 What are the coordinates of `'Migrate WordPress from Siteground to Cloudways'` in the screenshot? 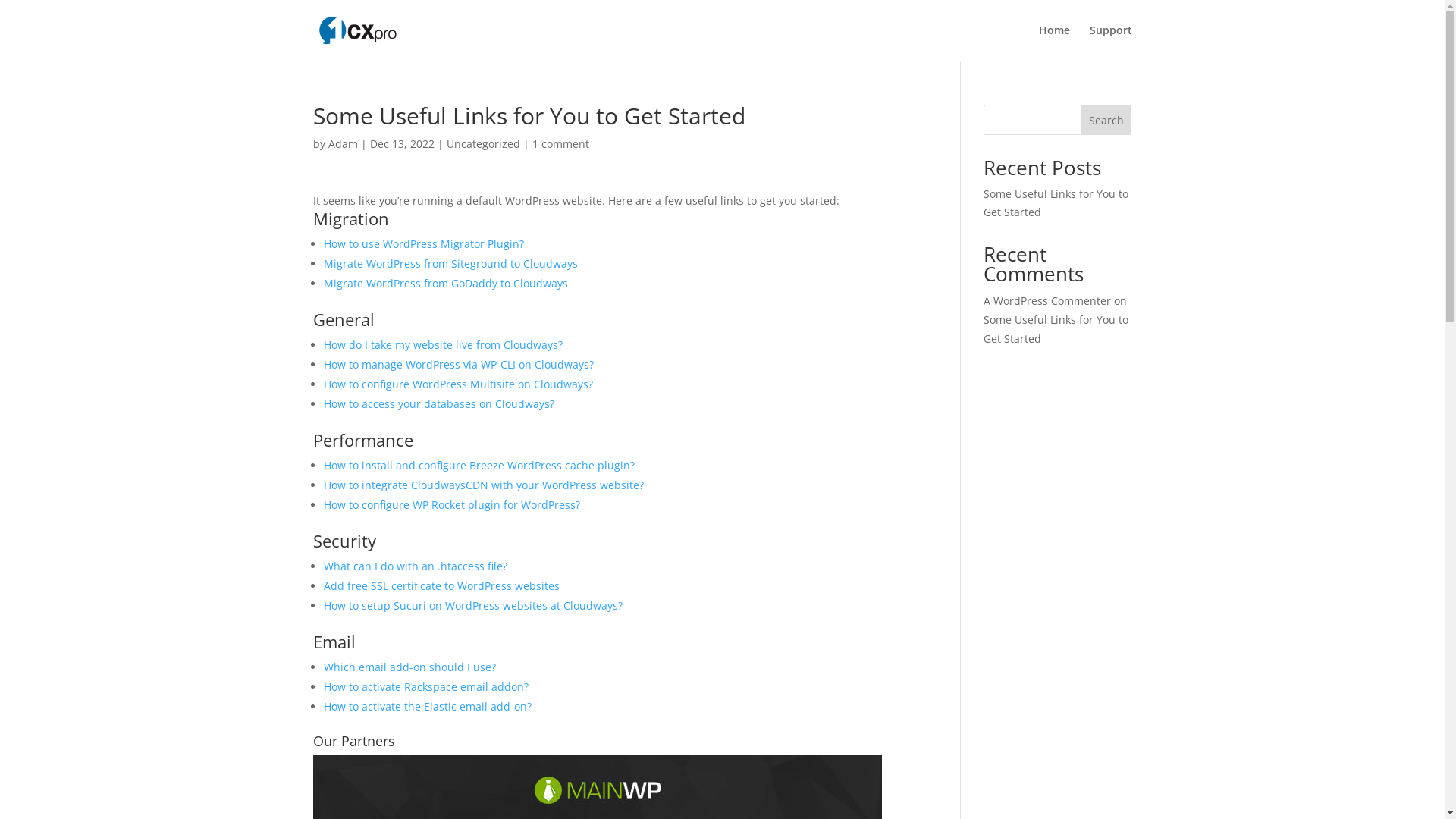 It's located at (449, 262).